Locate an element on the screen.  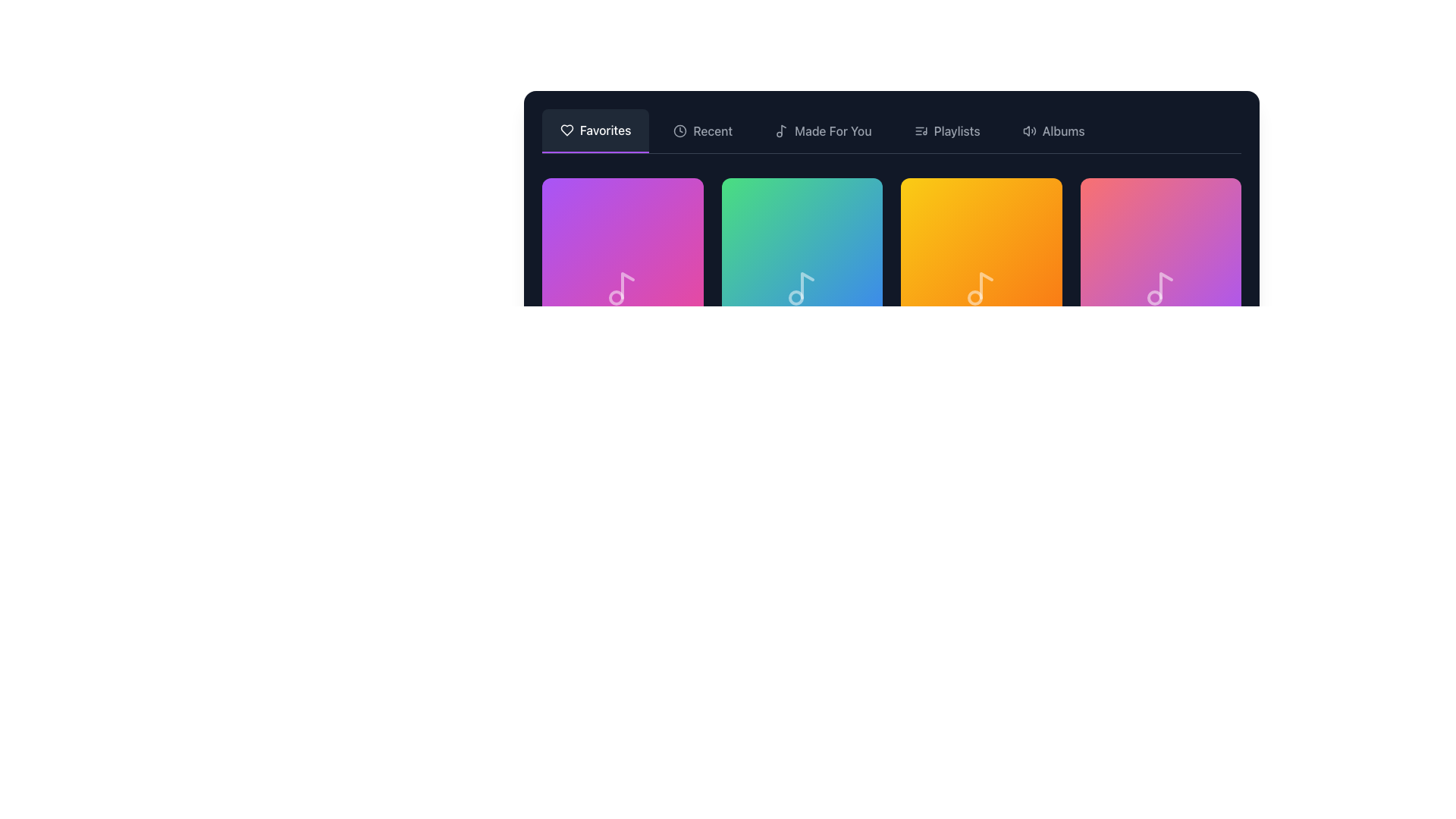
the decorative circular element located at the bottom left of the music note icon within the album tile interface is located at coordinates (617, 298).